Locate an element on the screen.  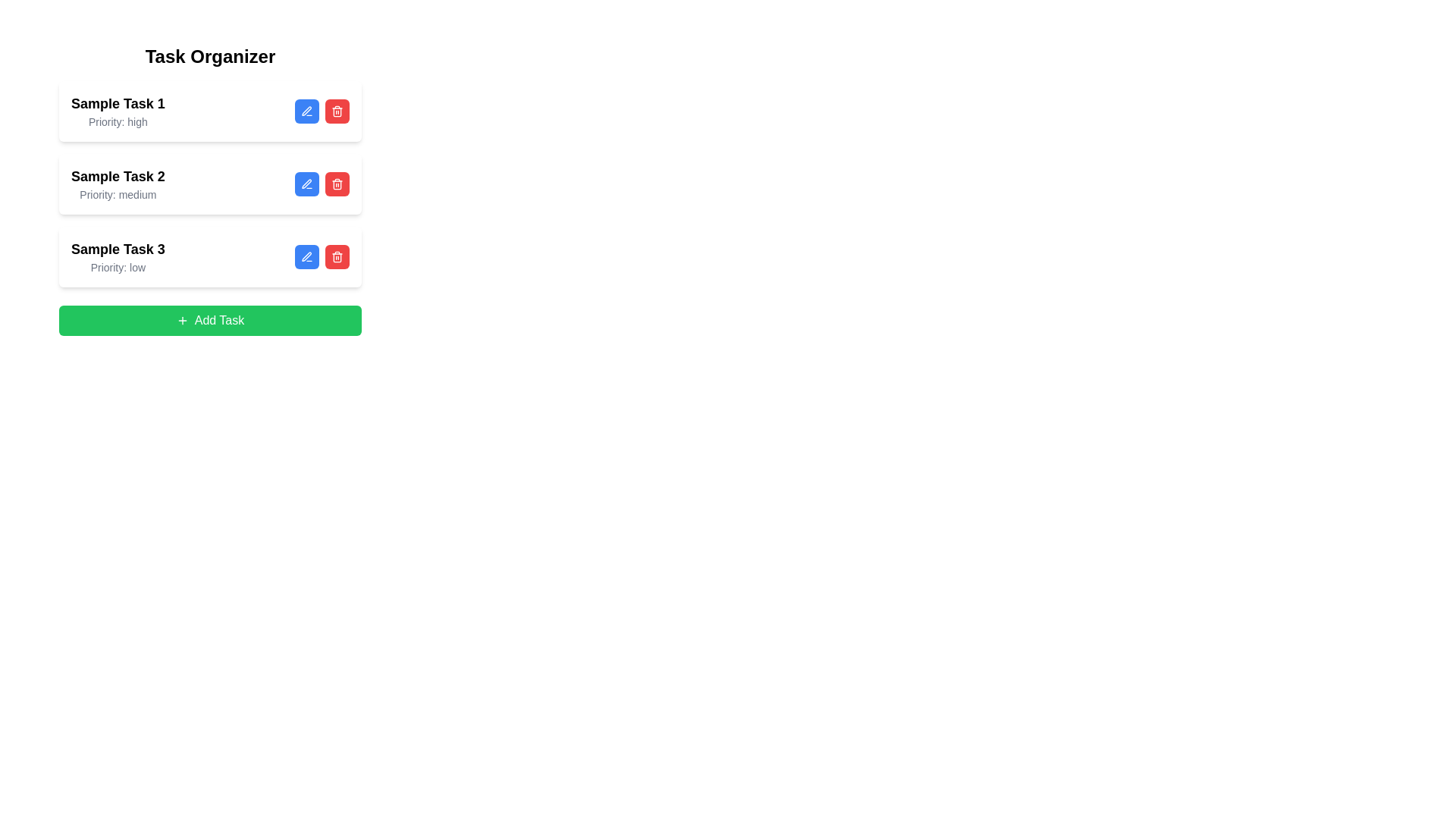
the edit icon, which is a small pen icon within a blue circular button located next to the red trash bin icon in the first task card titled 'Sample Task 1: Priority: high' is located at coordinates (306, 110).